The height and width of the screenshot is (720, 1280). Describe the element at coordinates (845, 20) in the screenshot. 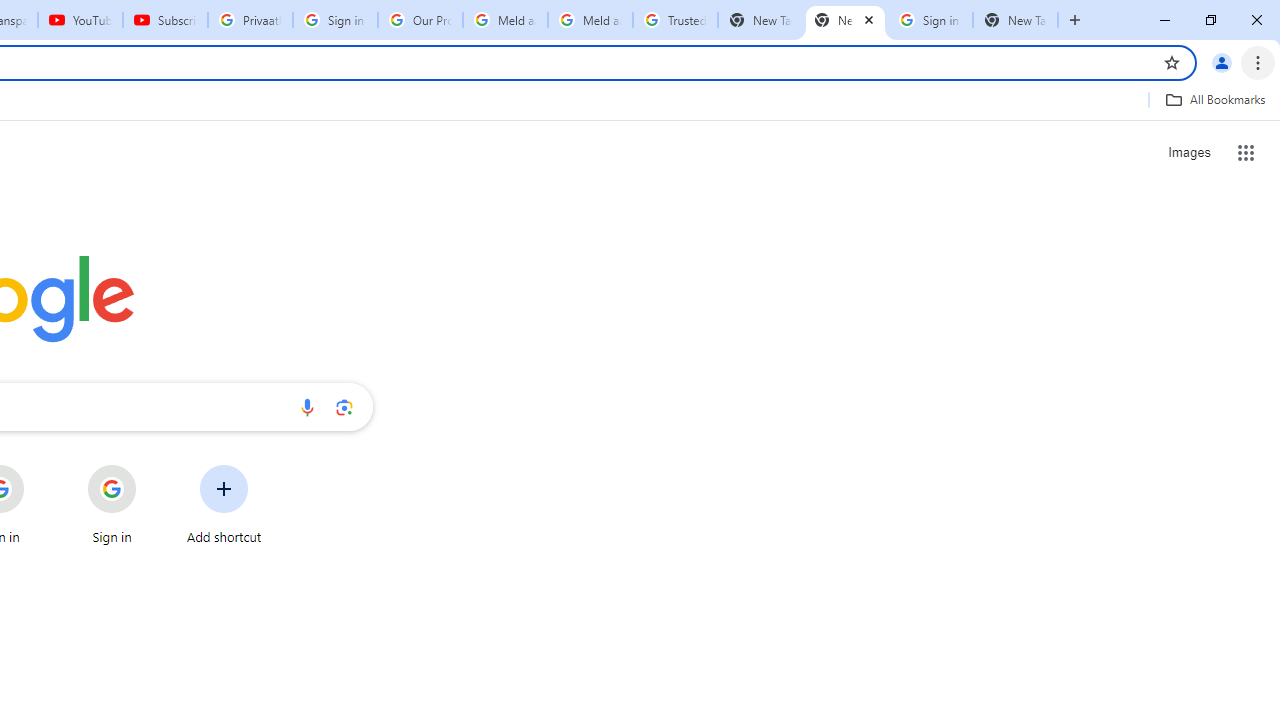

I see `'New Tab'` at that location.